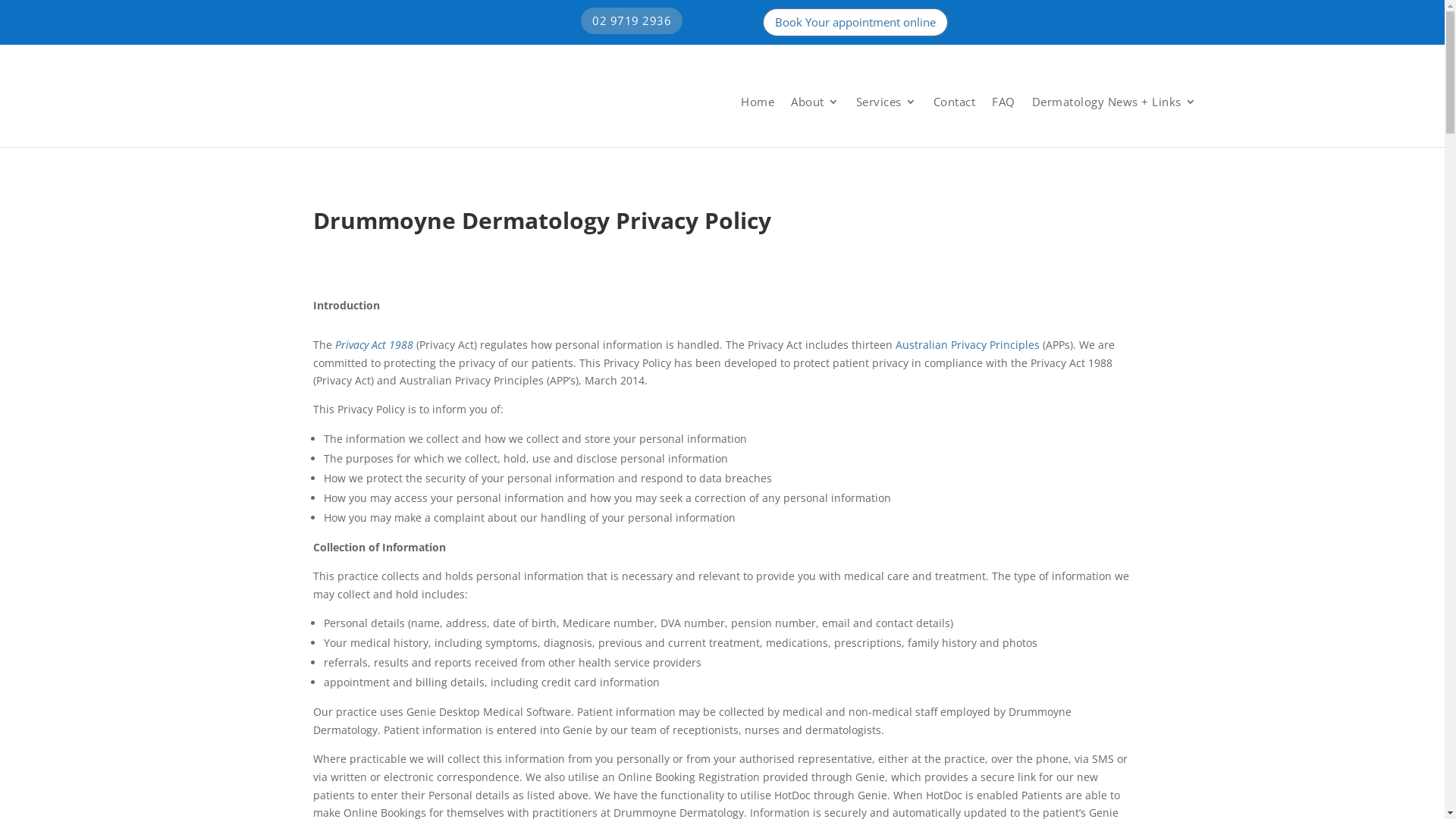  What do you see at coordinates (1113, 102) in the screenshot?
I see `'Dermatology News + Links'` at bounding box center [1113, 102].